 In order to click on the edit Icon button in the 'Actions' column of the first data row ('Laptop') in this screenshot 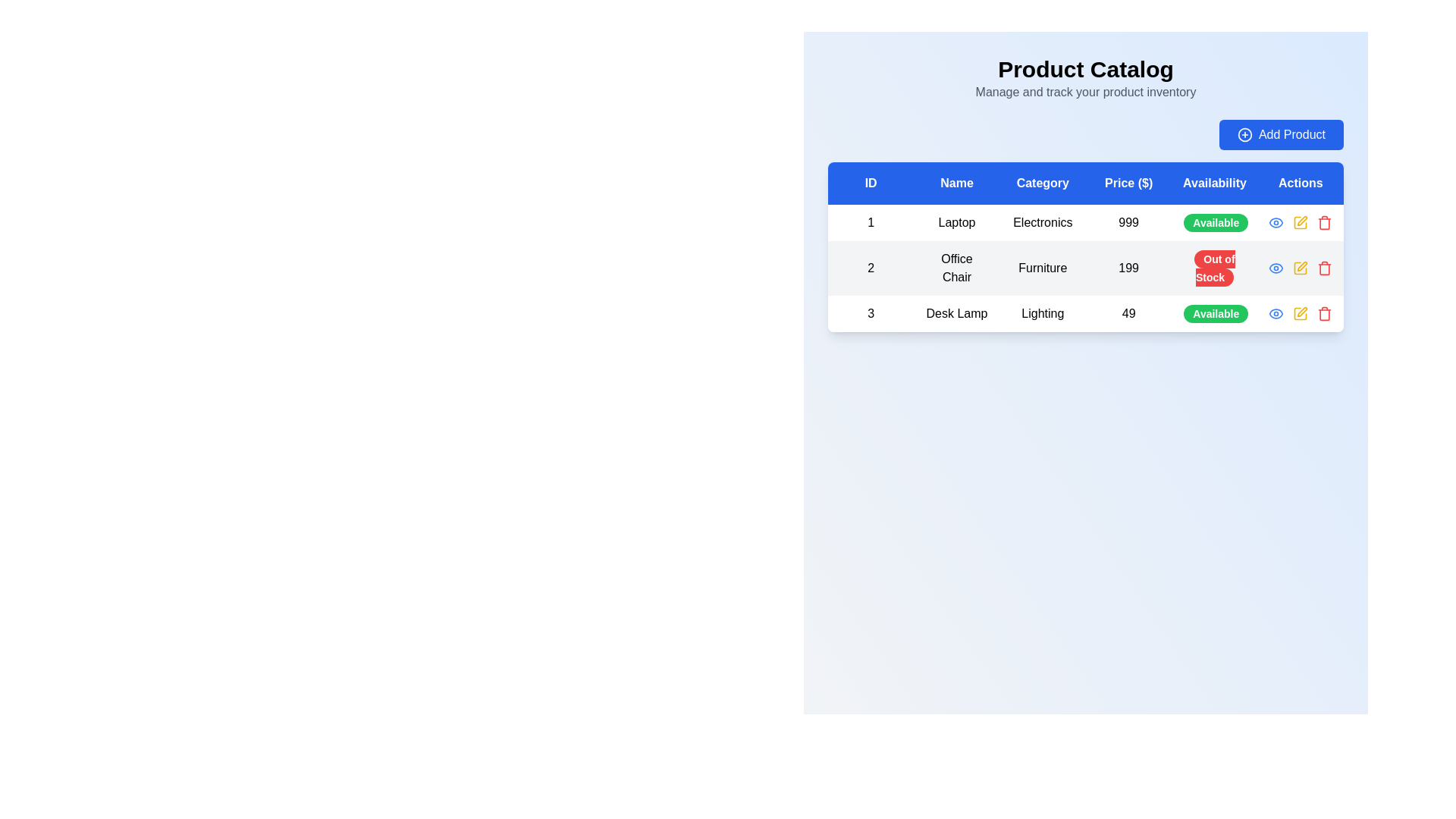, I will do `click(1300, 222)`.